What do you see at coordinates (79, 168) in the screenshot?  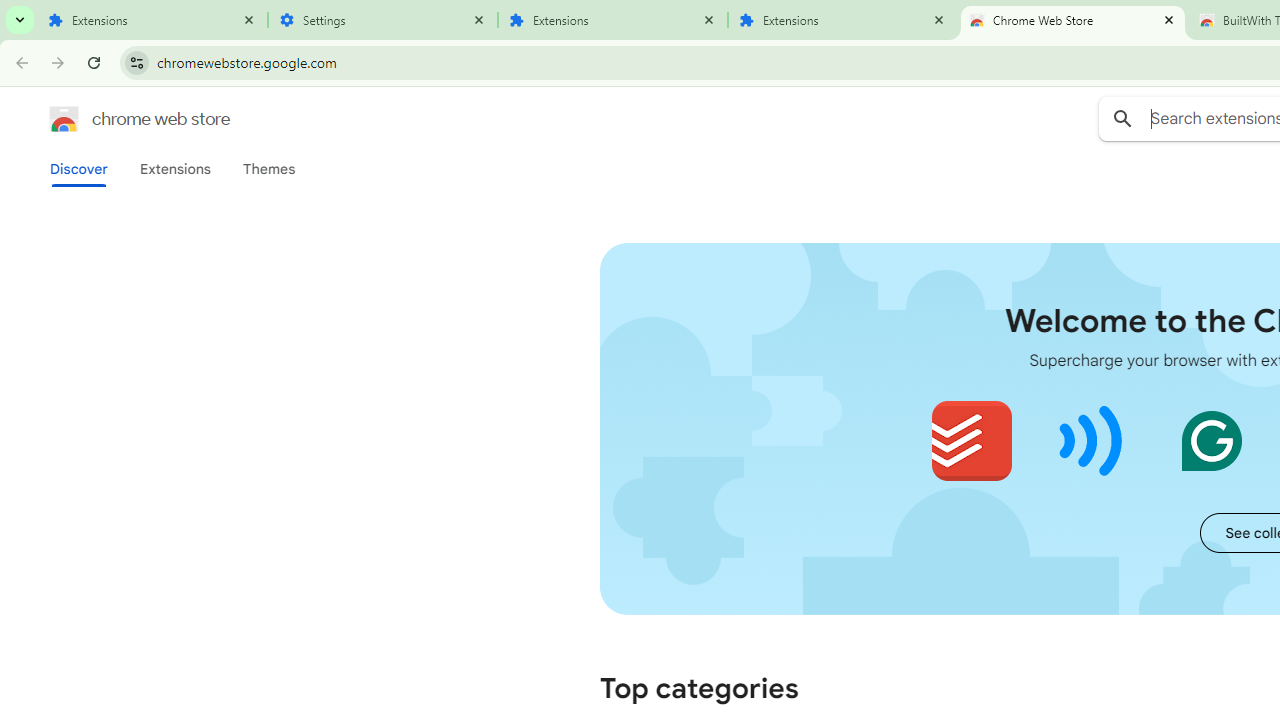 I see `'Discover'` at bounding box center [79, 168].